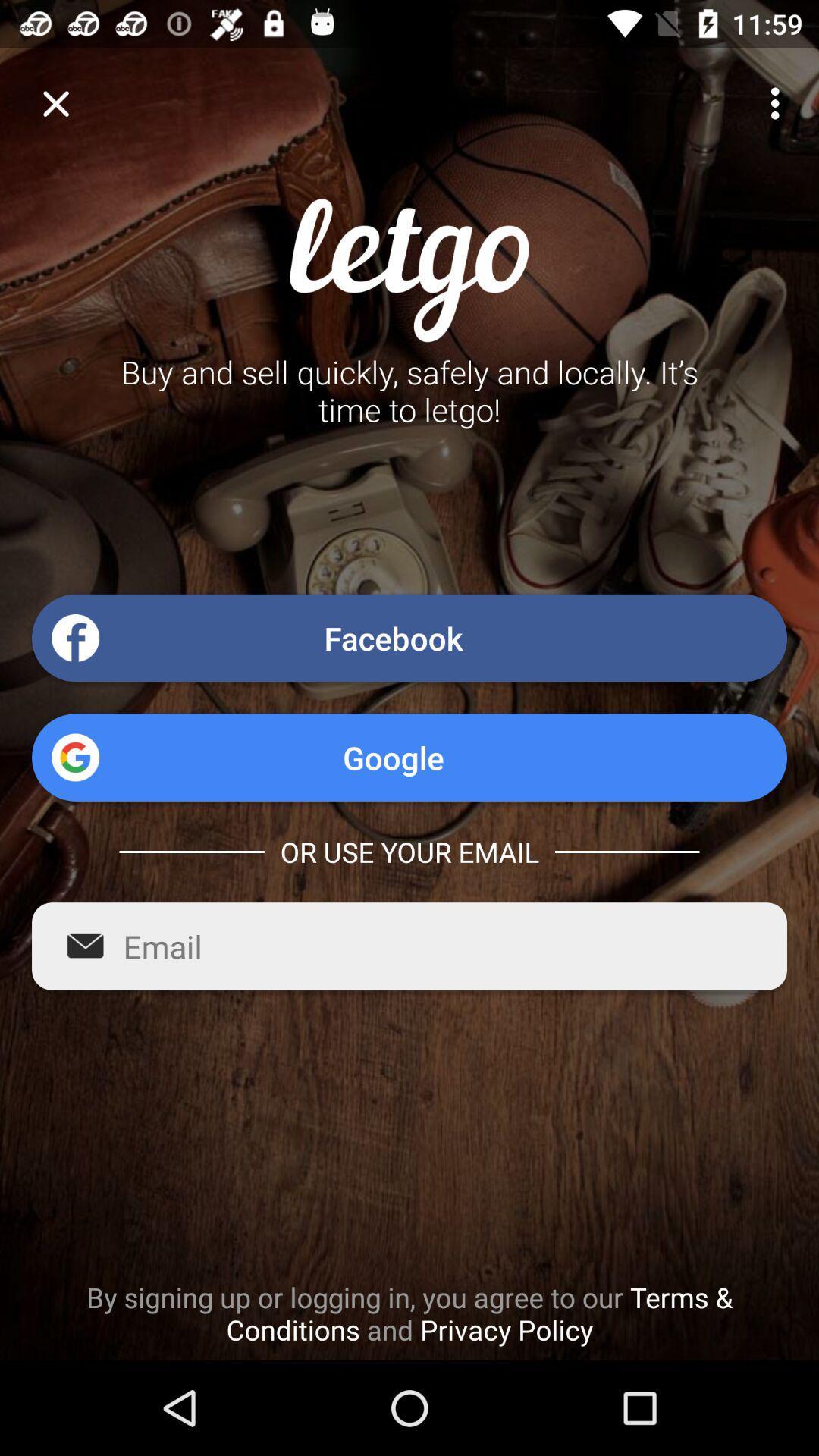 The image size is (819, 1456). I want to click on google, so click(409, 757).